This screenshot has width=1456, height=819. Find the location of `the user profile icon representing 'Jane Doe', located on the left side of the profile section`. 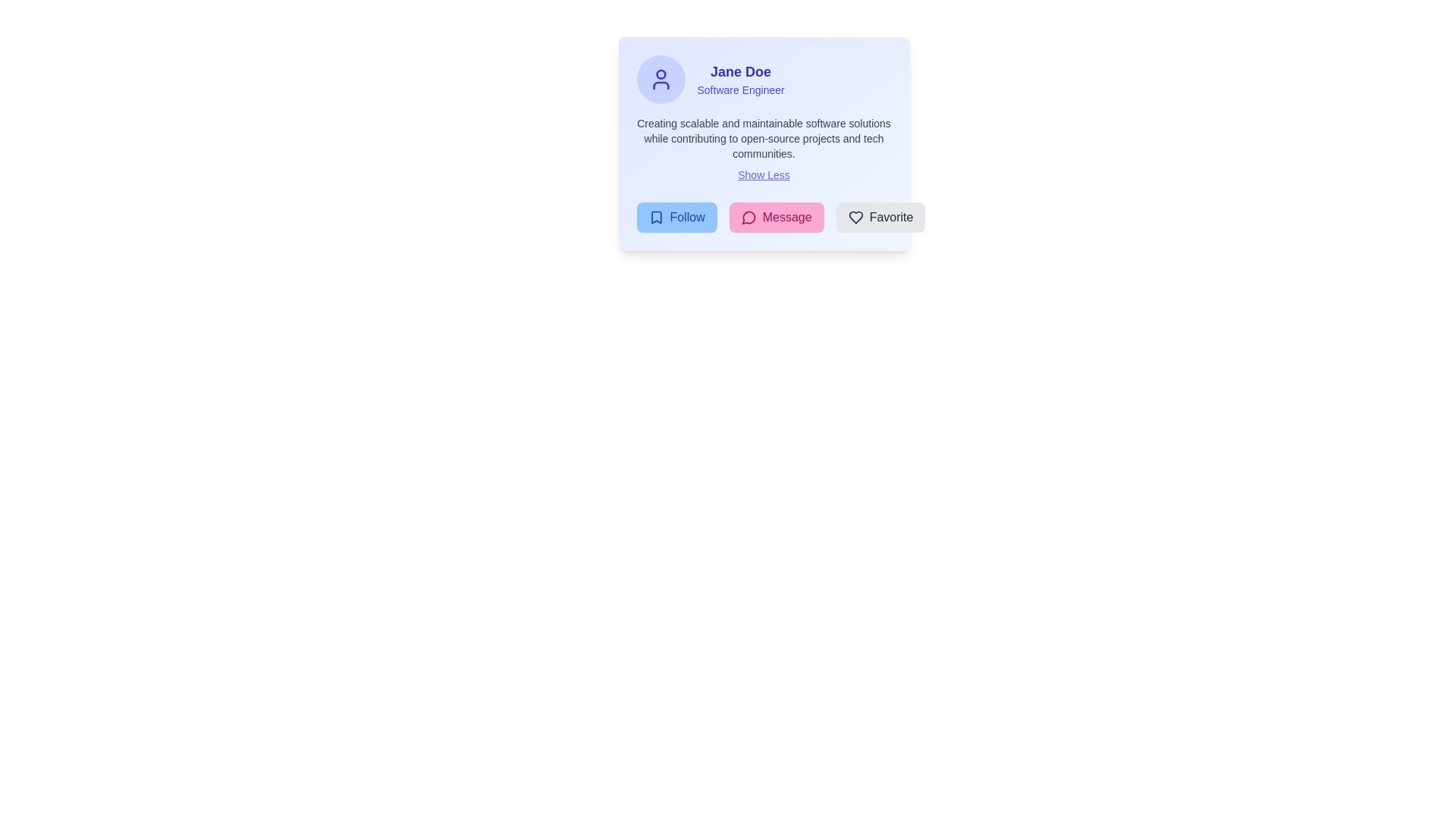

the user profile icon representing 'Jane Doe', located on the left side of the profile section is located at coordinates (661, 79).